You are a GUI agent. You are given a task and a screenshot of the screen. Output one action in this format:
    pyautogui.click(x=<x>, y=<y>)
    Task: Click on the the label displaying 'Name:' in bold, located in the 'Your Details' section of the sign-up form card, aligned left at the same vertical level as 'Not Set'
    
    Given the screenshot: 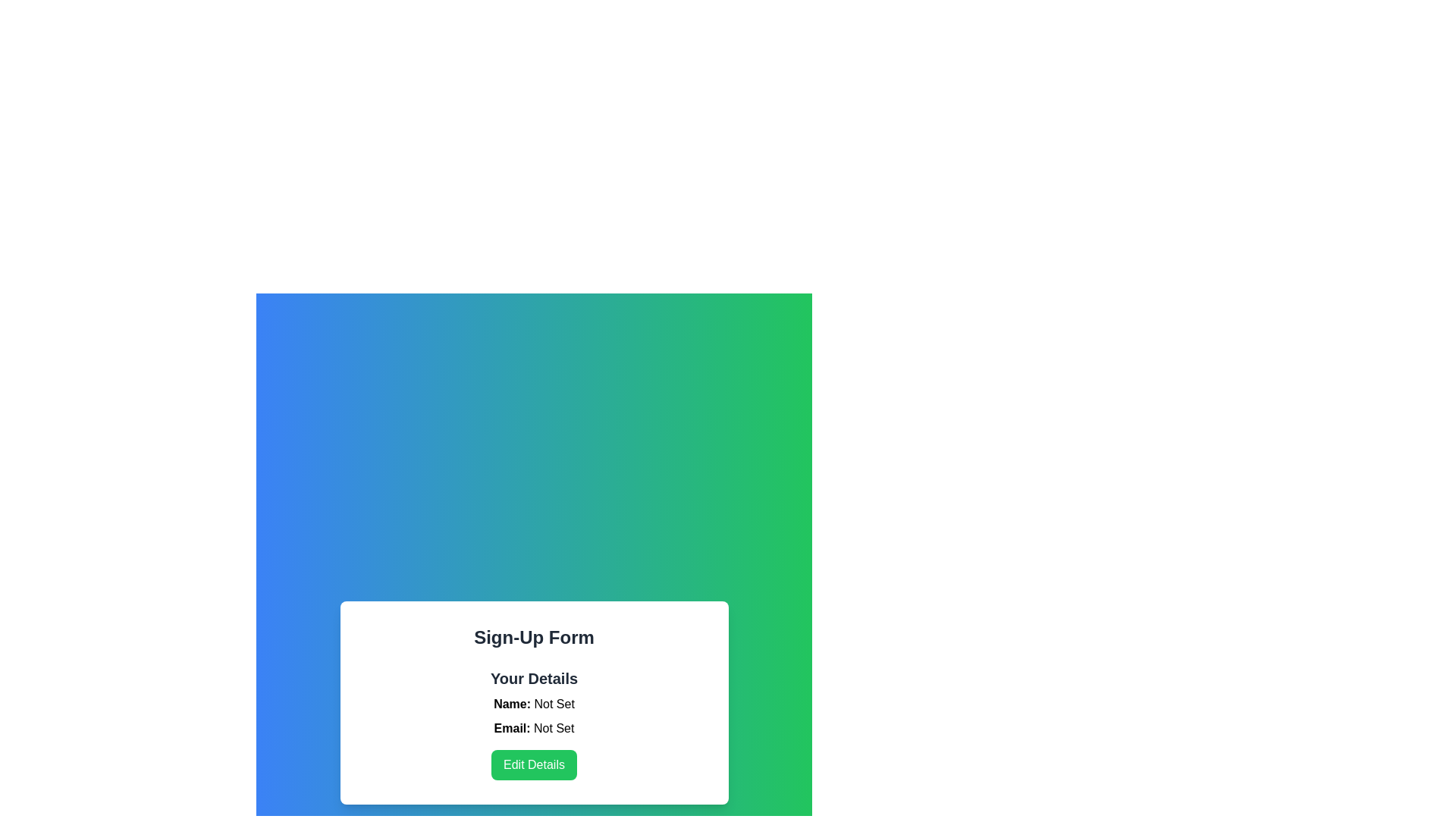 What is the action you would take?
    pyautogui.click(x=512, y=704)
    